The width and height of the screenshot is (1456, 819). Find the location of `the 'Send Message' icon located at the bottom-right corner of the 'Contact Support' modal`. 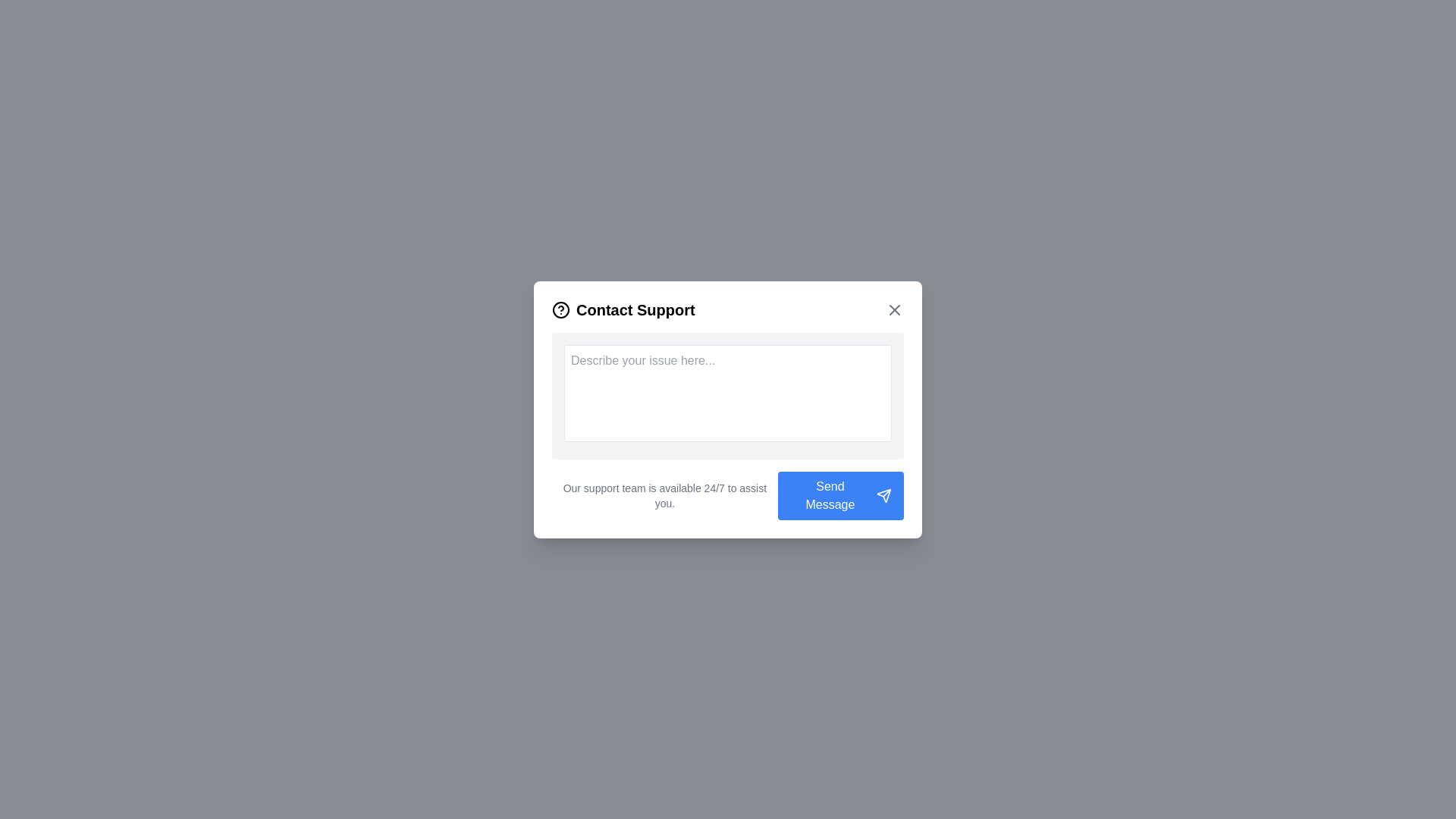

the 'Send Message' icon located at the bottom-right corner of the 'Contact Support' modal is located at coordinates (884, 495).